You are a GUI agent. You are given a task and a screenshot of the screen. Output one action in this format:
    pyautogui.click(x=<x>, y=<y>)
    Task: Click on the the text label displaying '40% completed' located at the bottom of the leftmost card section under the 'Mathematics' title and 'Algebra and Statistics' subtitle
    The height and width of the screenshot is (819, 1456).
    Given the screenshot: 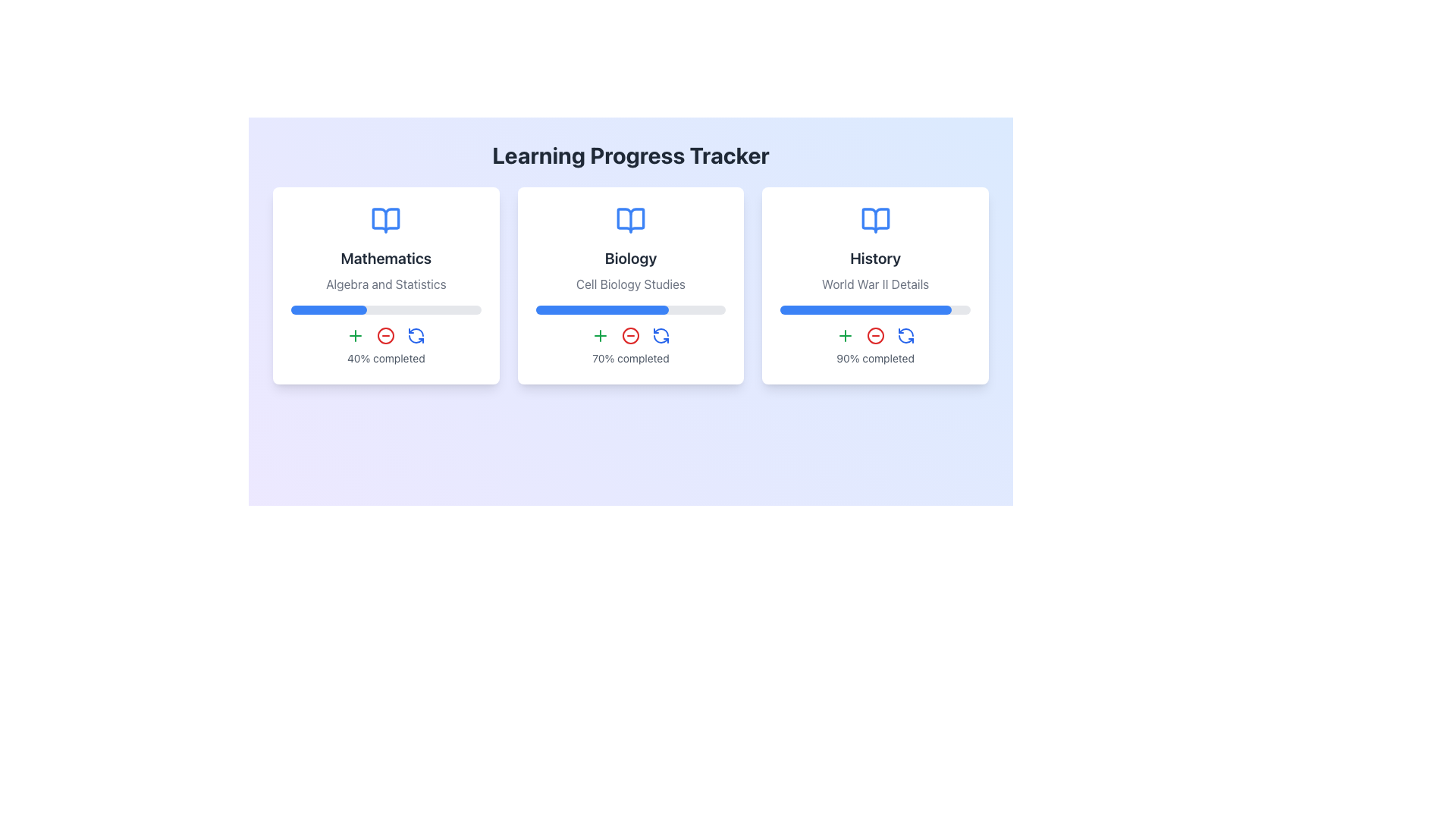 What is the action you would take?
    pyautogui.click(x=386, y=359)
    